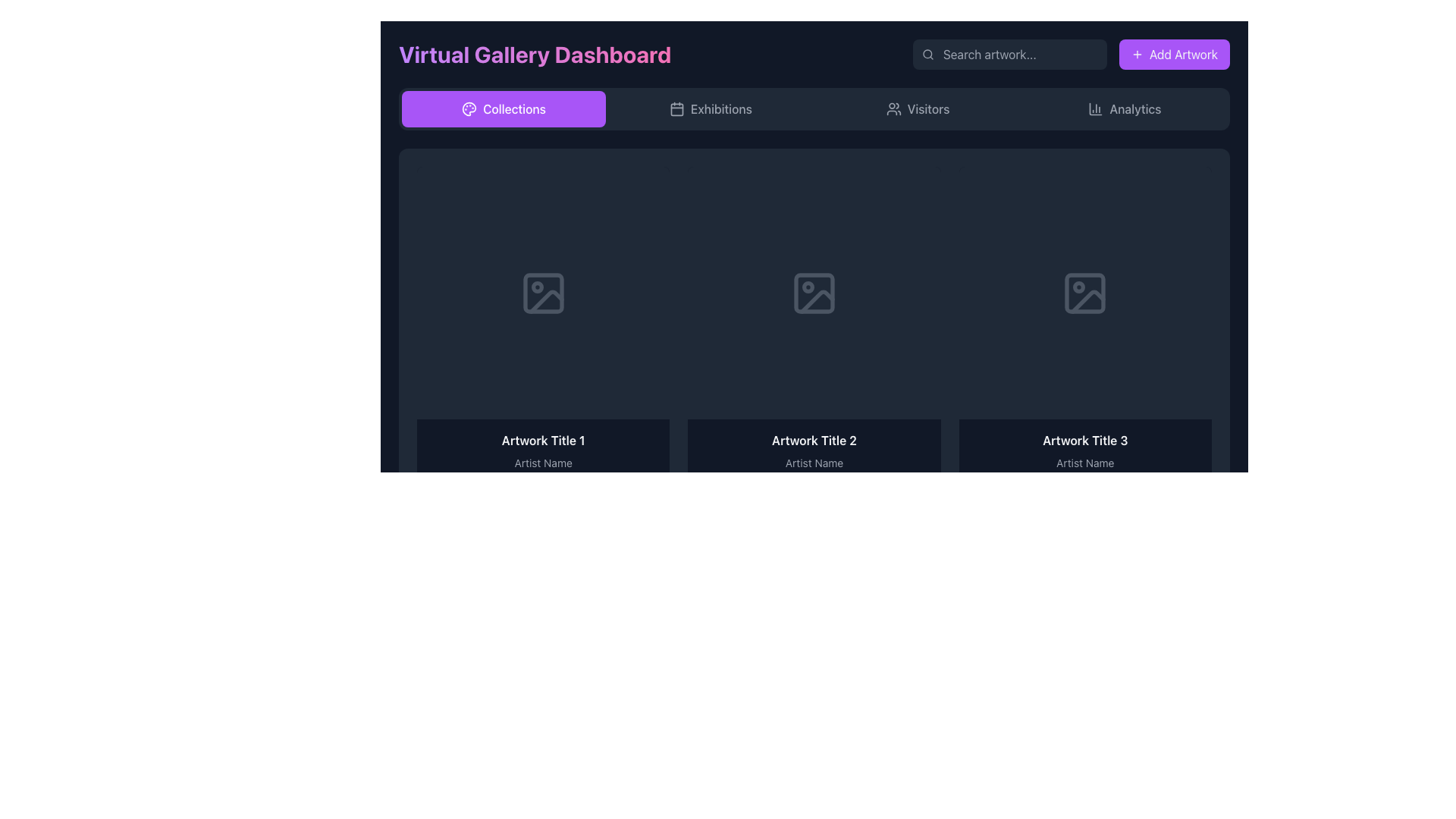  Describe the element at coordinates (1096, 108) in the screenshot. I see `the column chart icon located within the Analytics button in the top-right corner of the interface` at that location.